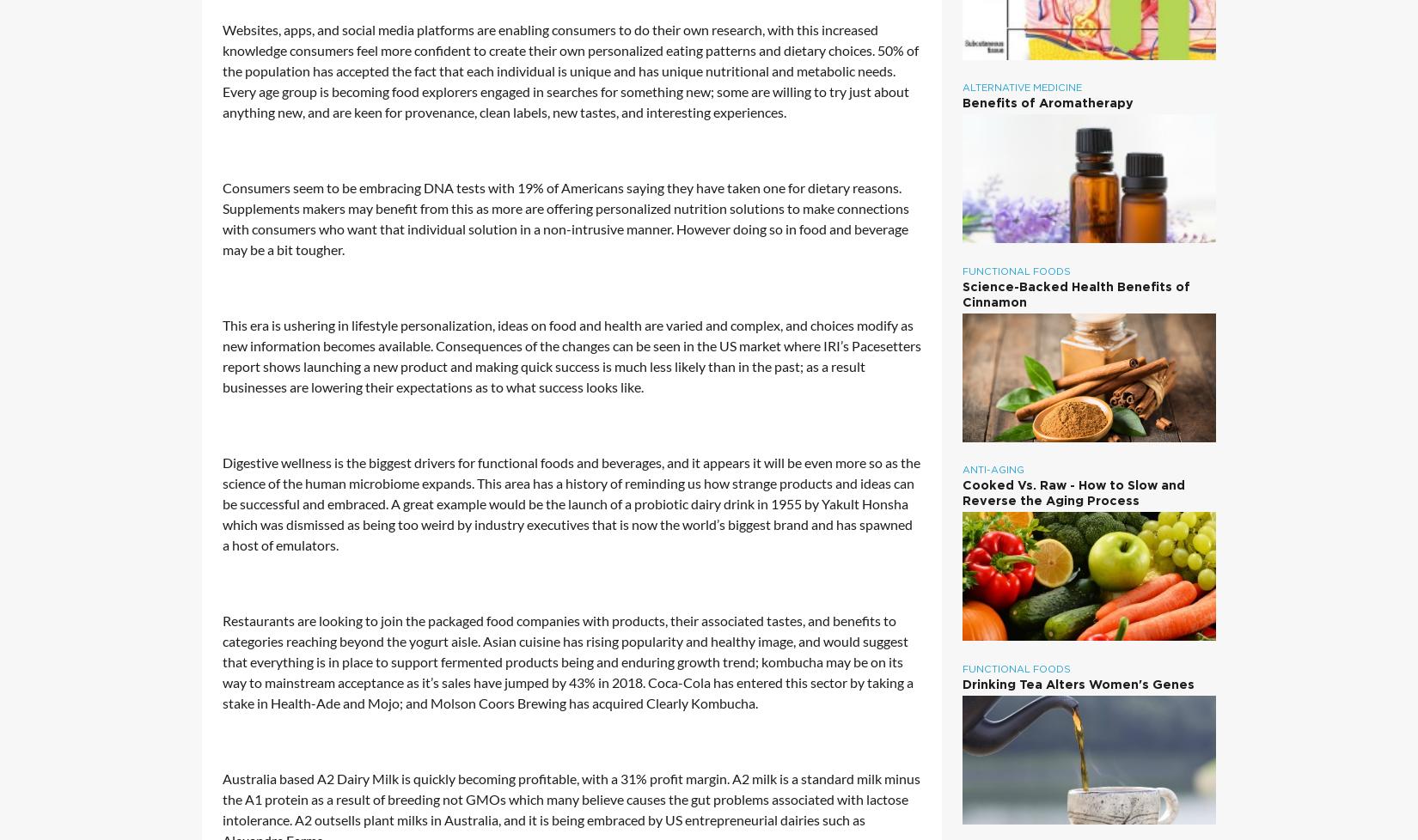 The image size is (1418, 840). Describe the element at coordinates (1077, 683) in the screenshot. I see `'Drinking Tea Alters Women's Genes'` at that location.